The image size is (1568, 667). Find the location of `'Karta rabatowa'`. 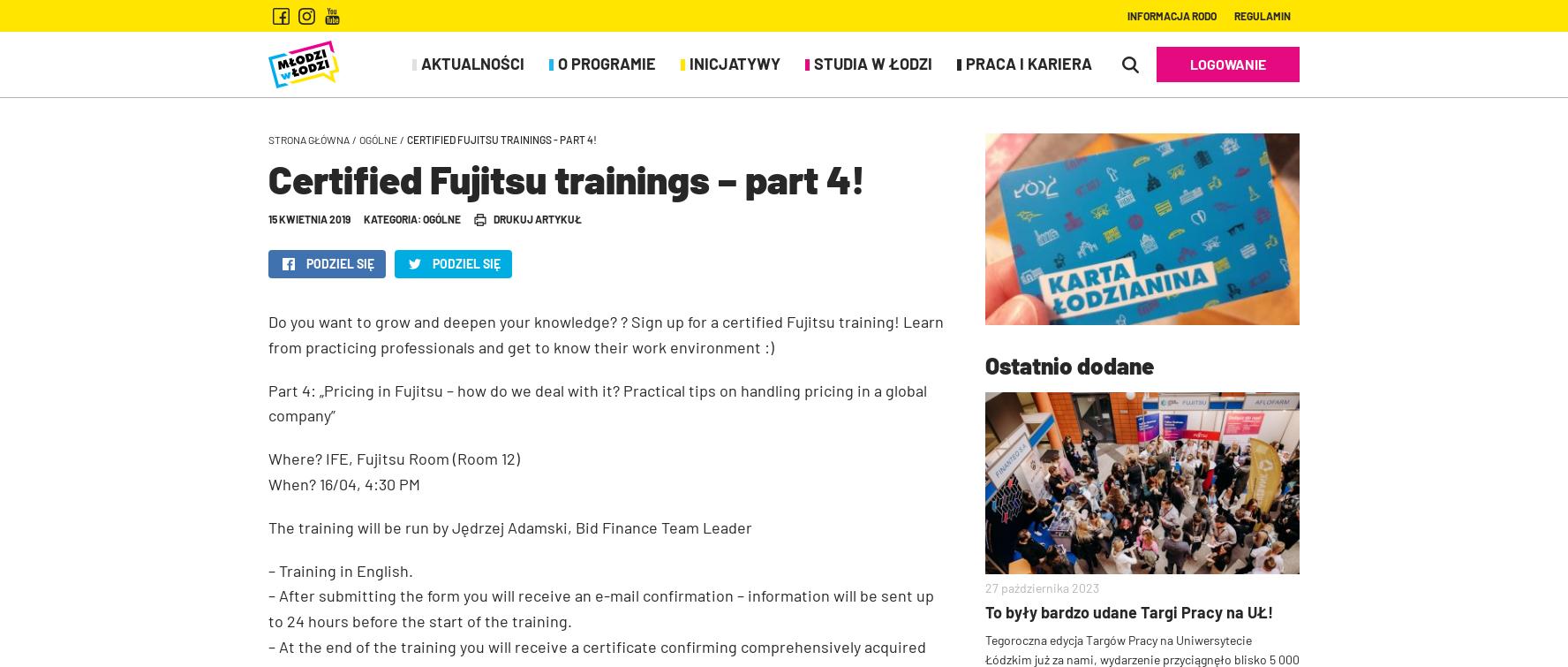

'Karta rabatowa' is located at coordinates (319, 160).